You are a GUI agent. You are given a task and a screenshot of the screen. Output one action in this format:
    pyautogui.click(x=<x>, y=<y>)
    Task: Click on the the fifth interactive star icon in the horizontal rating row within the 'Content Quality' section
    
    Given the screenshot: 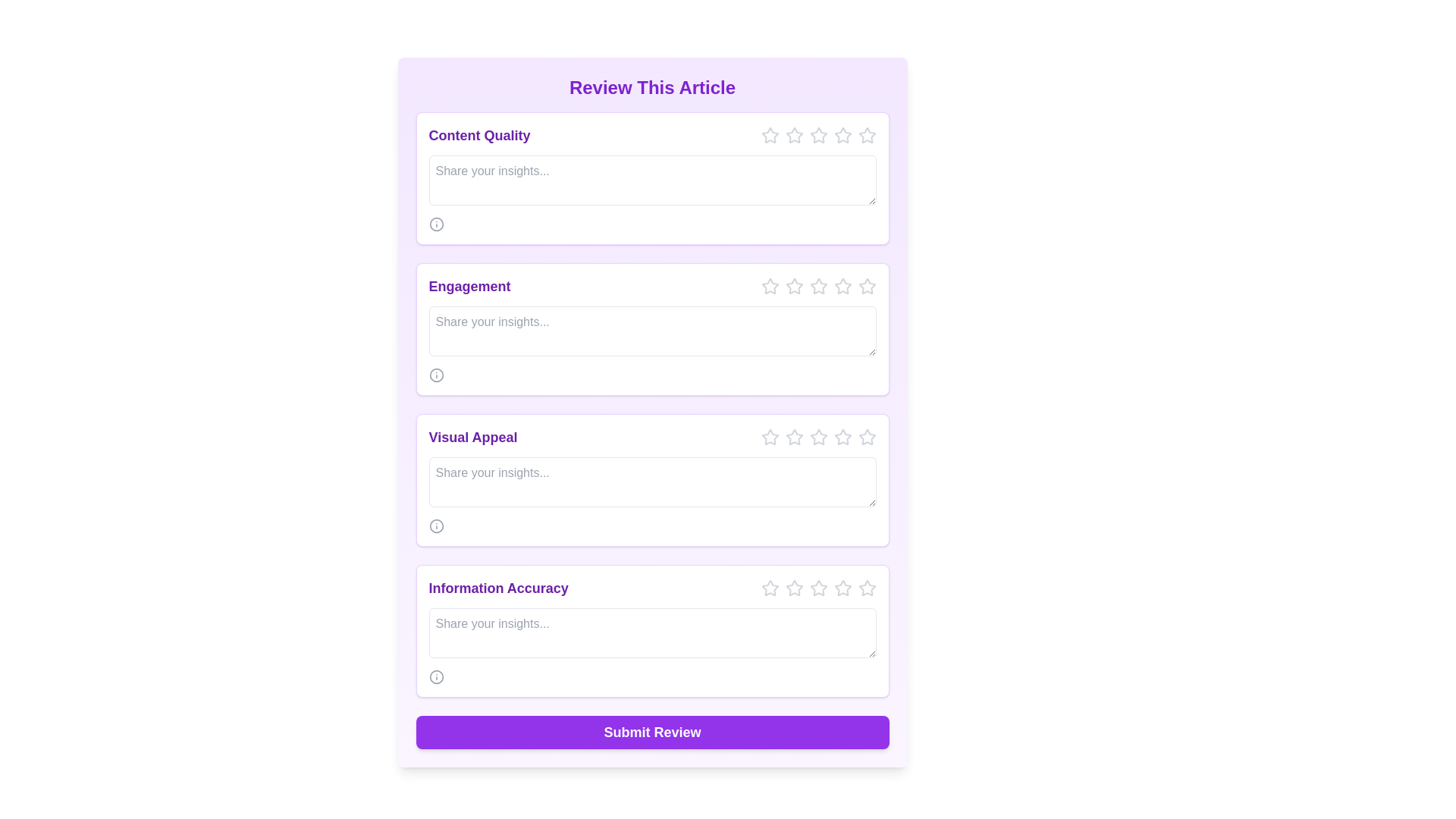 What is the action you would take?
    pyautogui.click(x=817, y=134)
    